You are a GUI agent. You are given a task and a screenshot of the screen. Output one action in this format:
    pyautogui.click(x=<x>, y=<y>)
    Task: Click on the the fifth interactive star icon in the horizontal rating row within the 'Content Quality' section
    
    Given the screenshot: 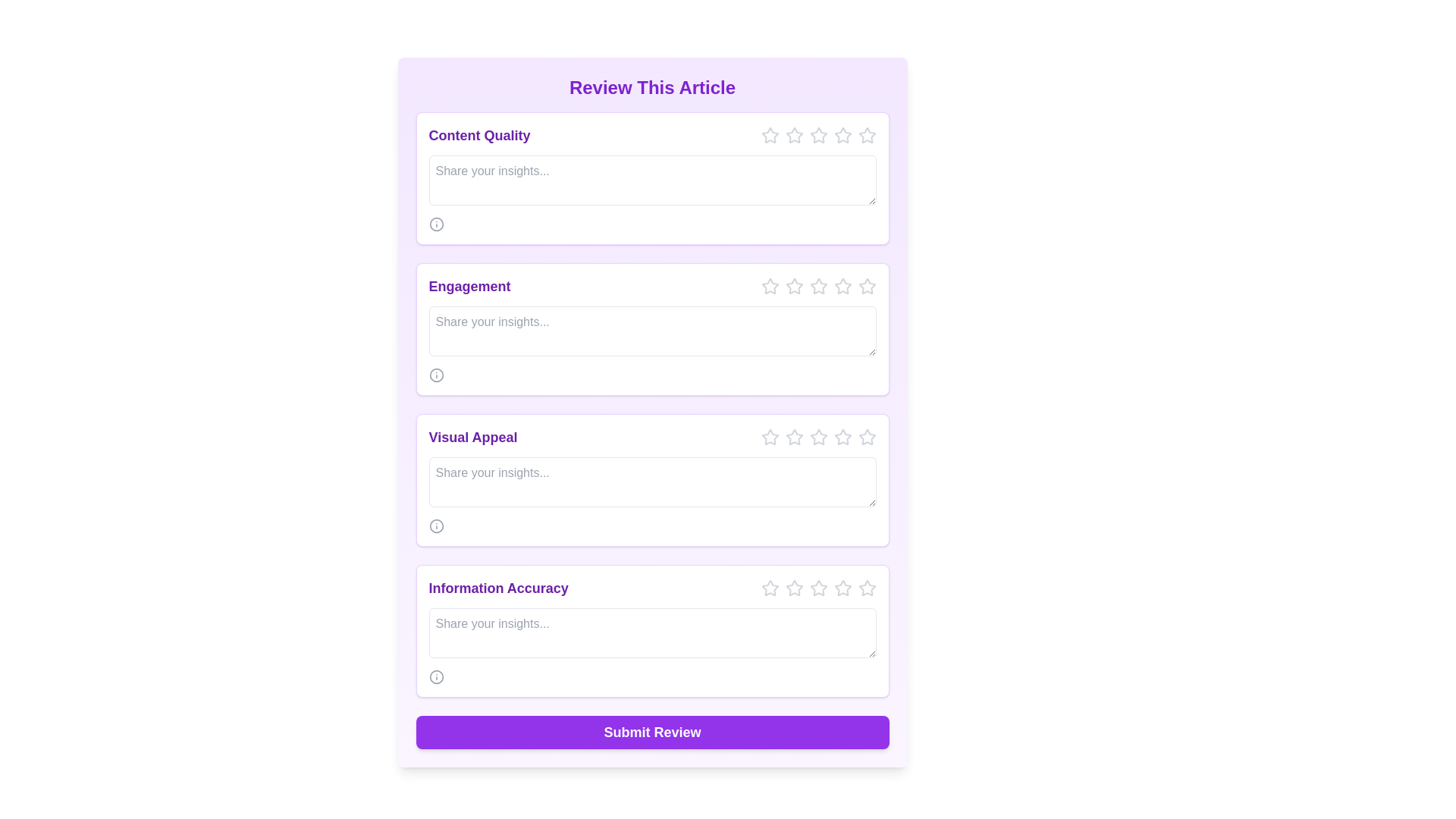 What is the action you would take?
    pyautogui.click(x=817, y=134)
    